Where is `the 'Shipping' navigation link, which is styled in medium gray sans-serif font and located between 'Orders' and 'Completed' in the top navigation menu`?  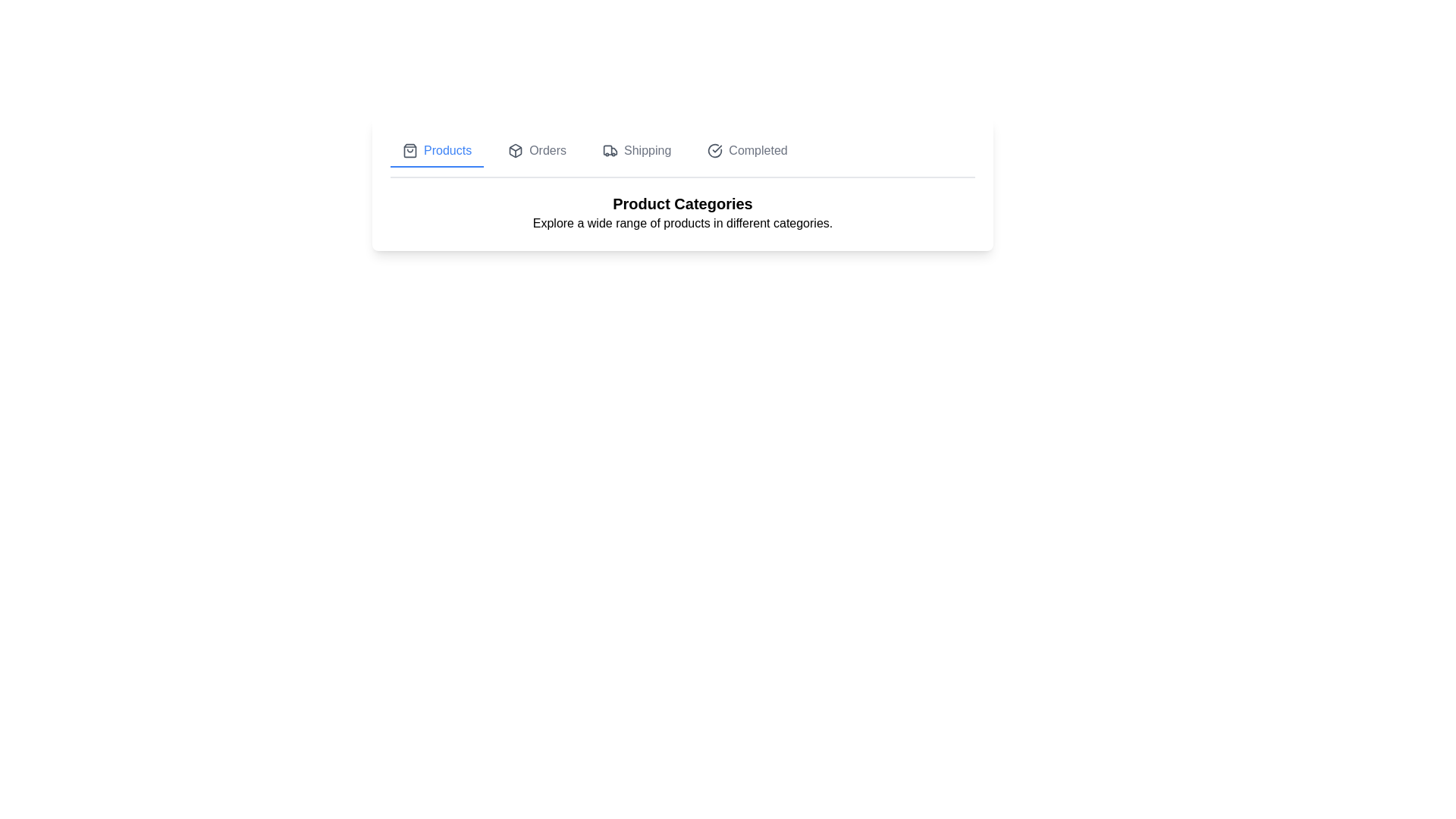
the 'Shipping' navigation link, which is styled in medium gray sans-serif font and located between 'Orders' and 'Completed' in the top navigation menu is located at coordinates (648, 151).